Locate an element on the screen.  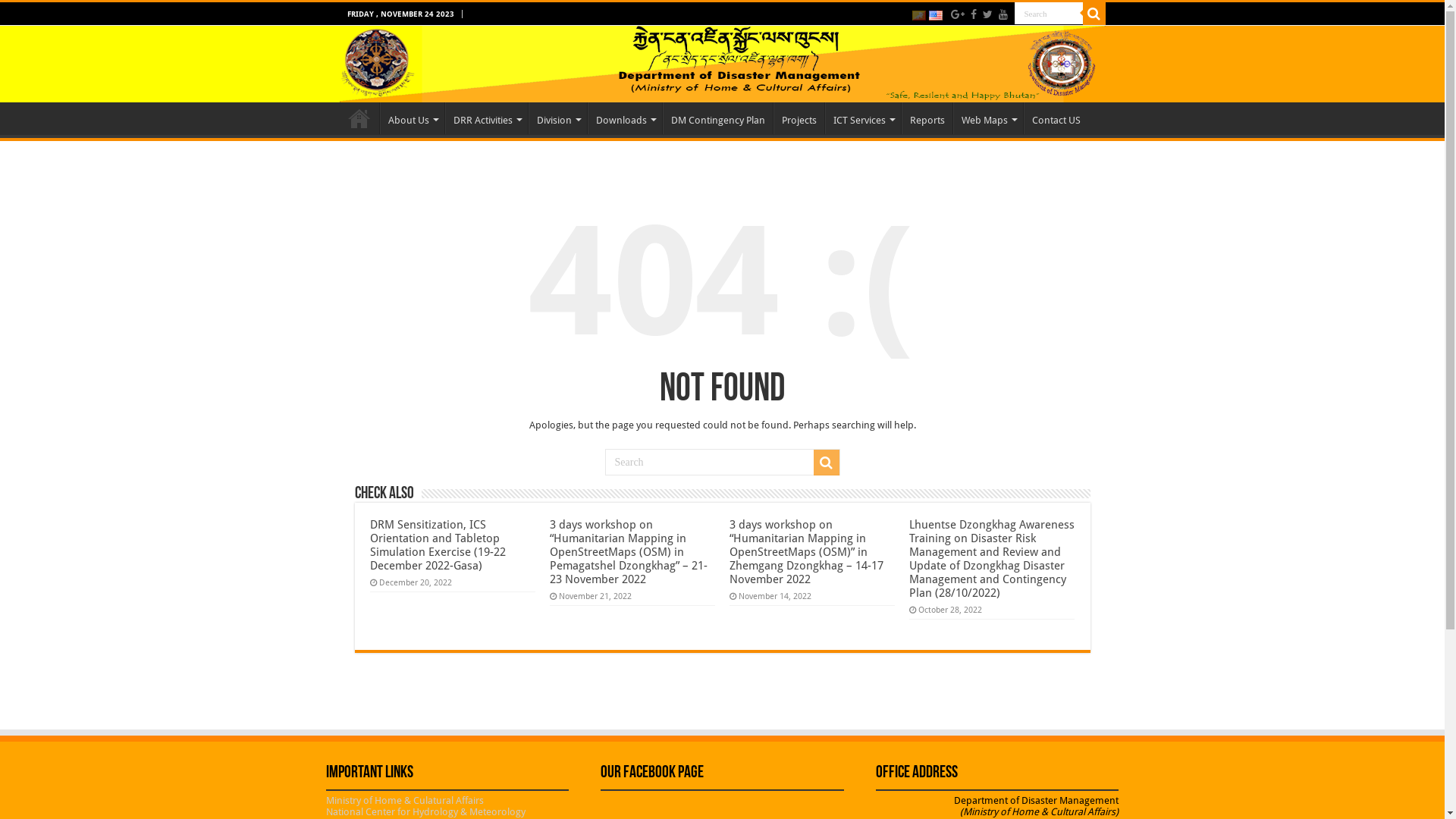
'Downloads' is located at coordinates (623, 117).